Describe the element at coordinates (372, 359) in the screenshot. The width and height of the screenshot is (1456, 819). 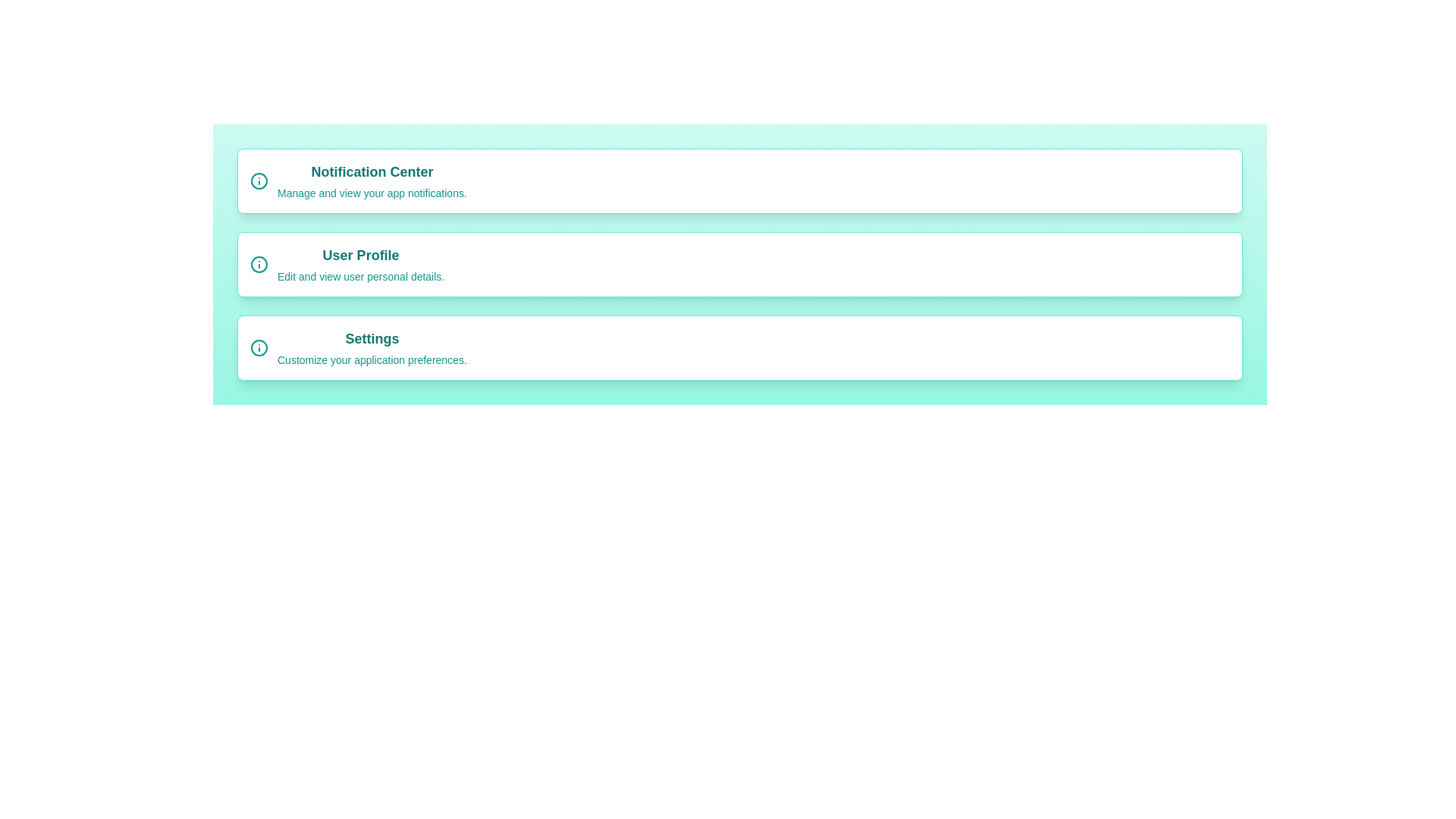
I see `the textual label displaying the message 'Customize your application preferences.' which is styled in light teal and located below the 'Settings' header within a teal-highlighted rectangular card` at that location.